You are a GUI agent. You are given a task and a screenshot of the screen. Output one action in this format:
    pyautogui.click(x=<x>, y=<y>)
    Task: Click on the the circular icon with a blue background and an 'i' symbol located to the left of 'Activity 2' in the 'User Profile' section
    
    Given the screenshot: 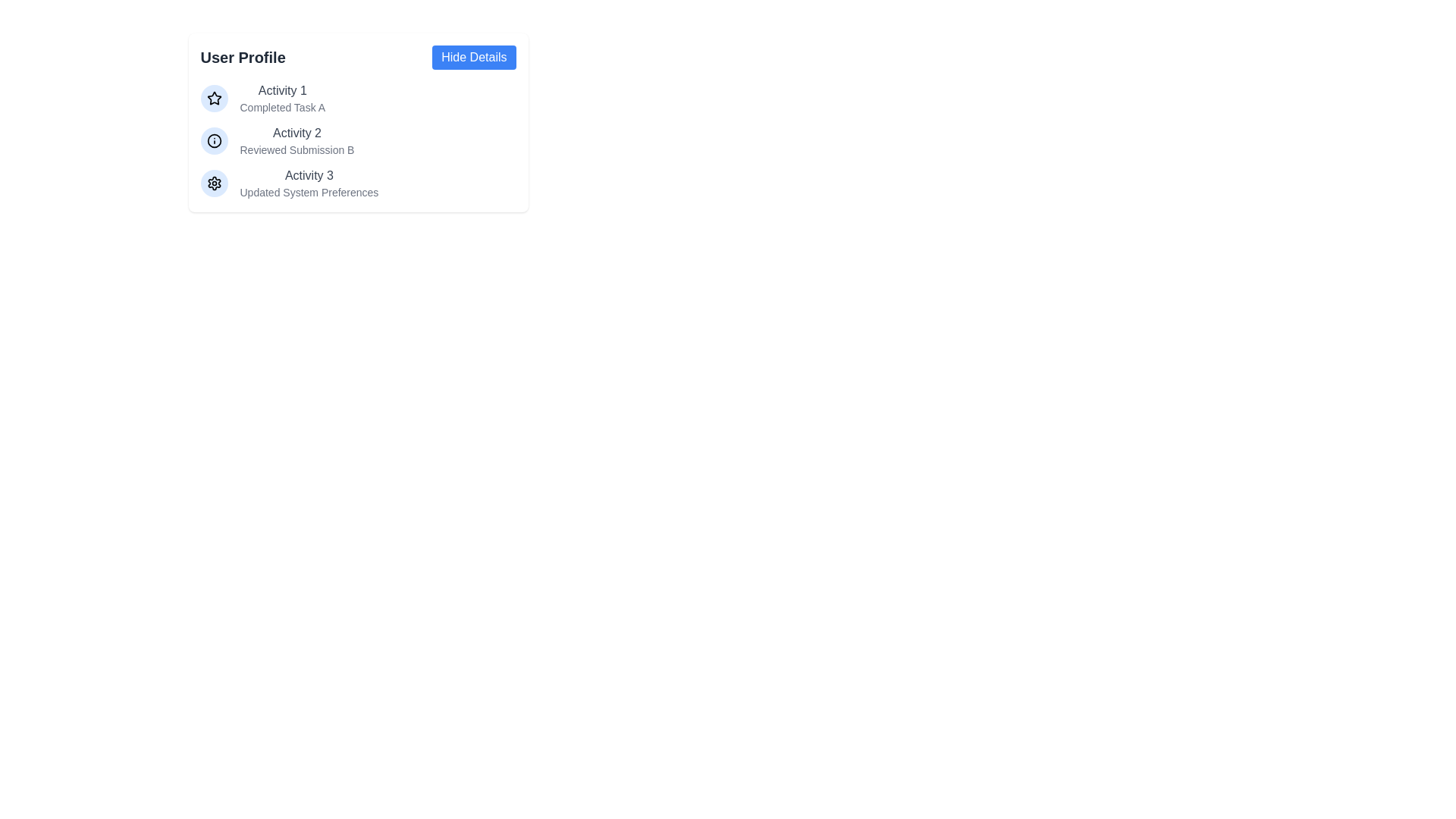 What is the action you would take?
    pyautogui.click(x=213, y=140)
    